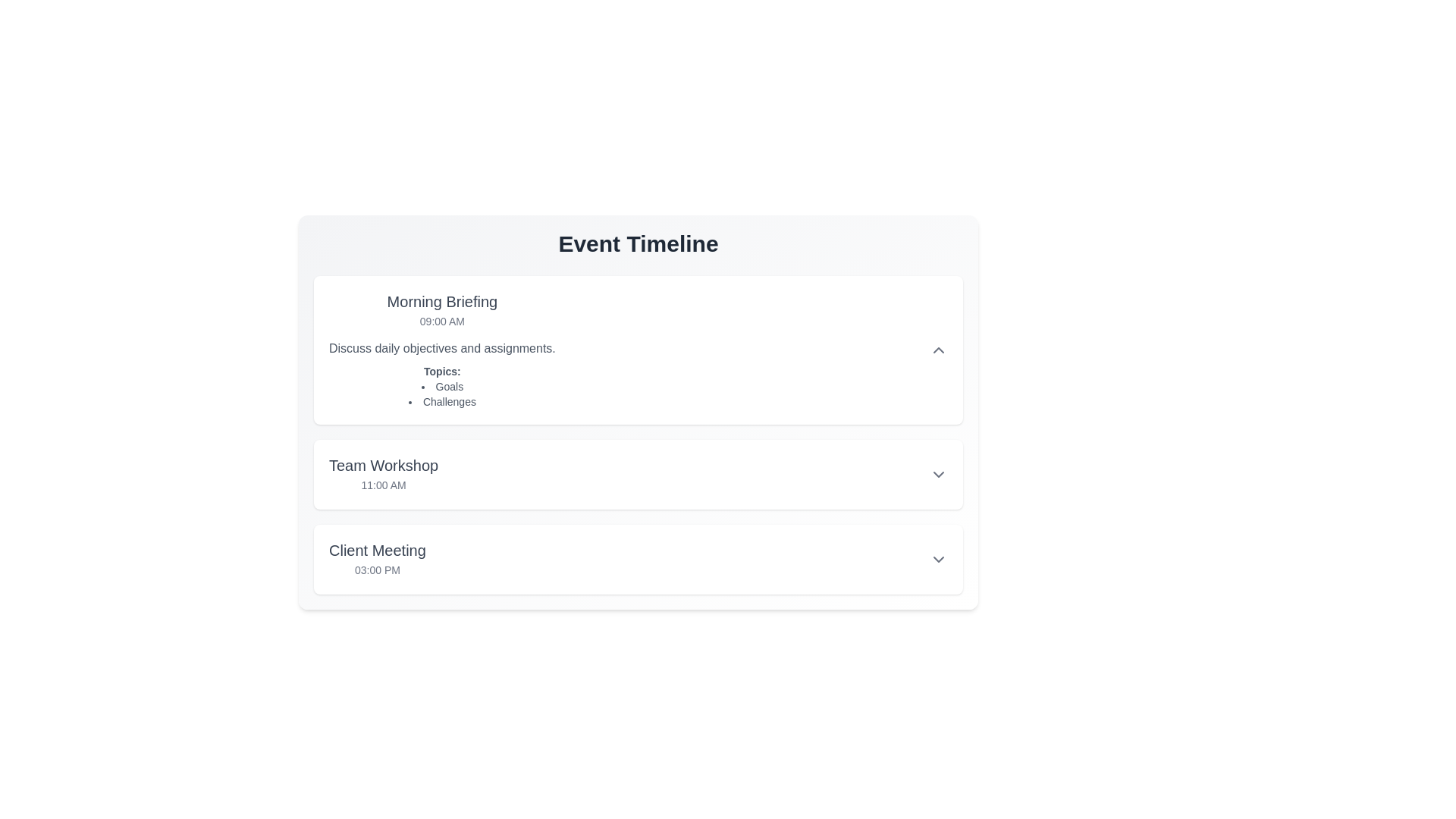  What do you see at coordinates (384, 464) in the screenshot?
I see `the text label element displaying 'Team Workshop', which is styled prominently as a section title in gray color` at bounding box center [384, 464].